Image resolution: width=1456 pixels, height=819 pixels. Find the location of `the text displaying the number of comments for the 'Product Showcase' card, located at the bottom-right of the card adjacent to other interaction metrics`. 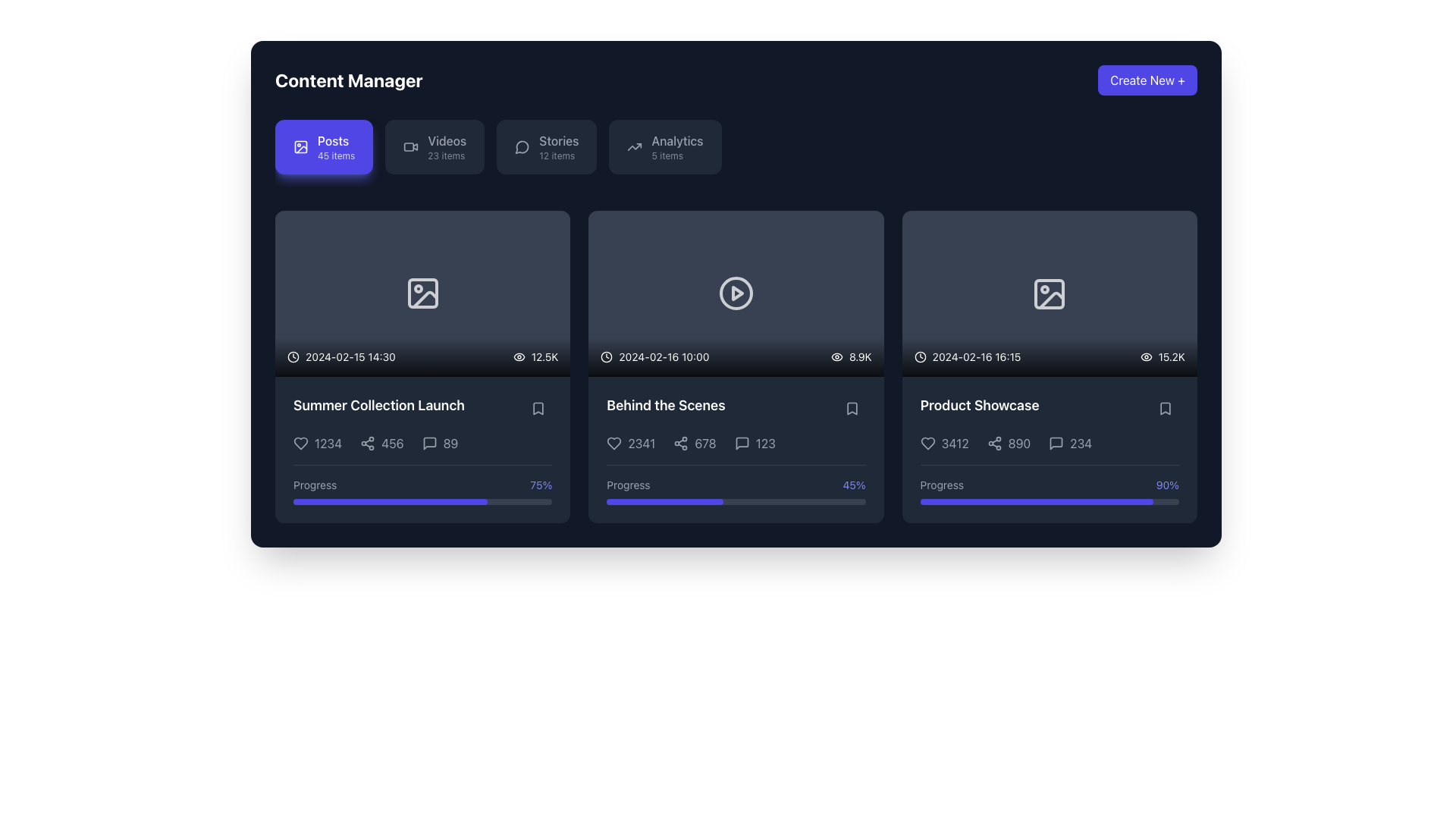

the text displaying the number of comments for the 'Product Showcase' card, located at the bottom-right of the card adjacent to other interaction metrics is located at coordinates (1069, 444).